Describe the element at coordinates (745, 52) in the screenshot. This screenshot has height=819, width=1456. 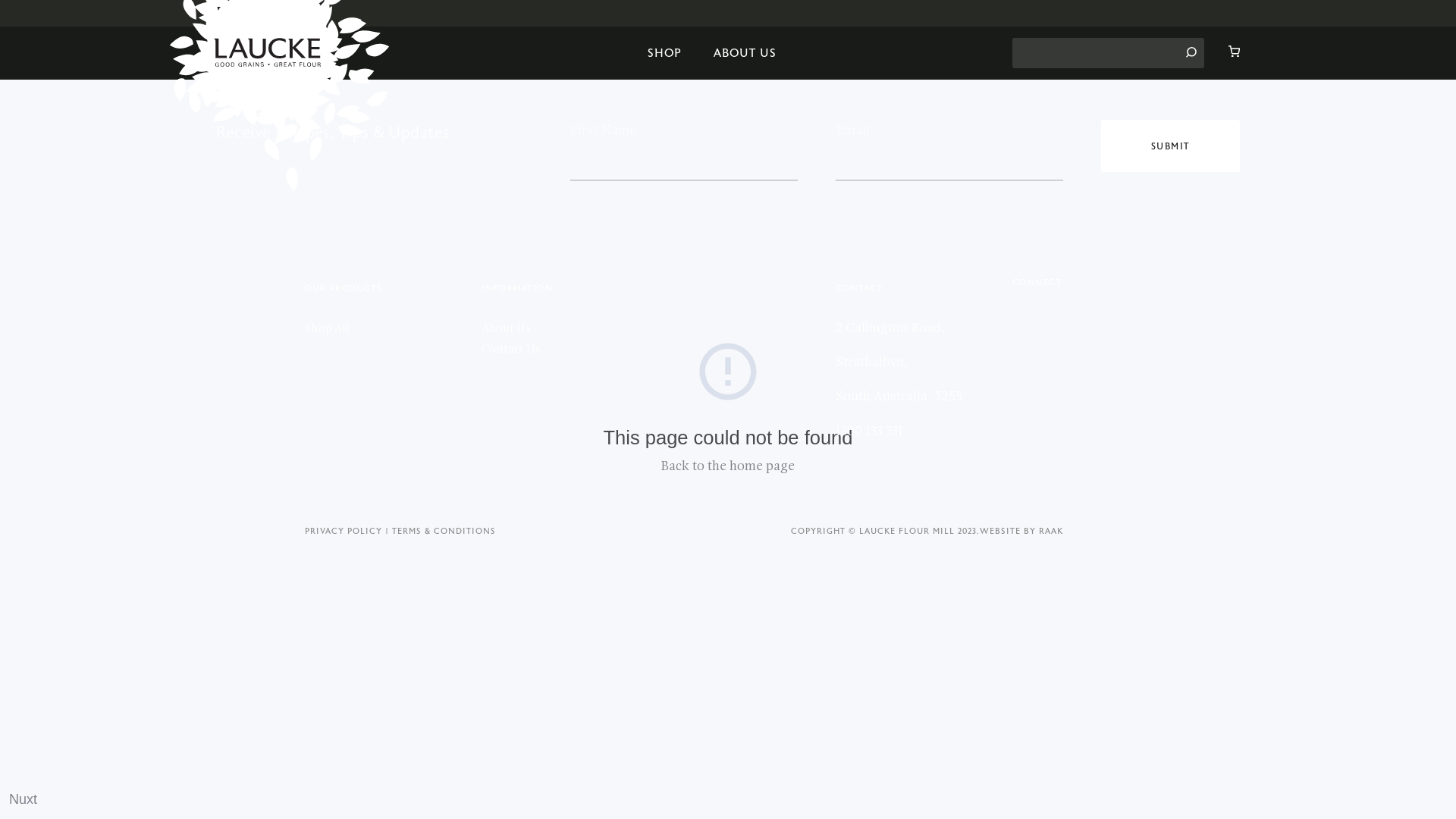
I see `'ABOUT US'` at that location.